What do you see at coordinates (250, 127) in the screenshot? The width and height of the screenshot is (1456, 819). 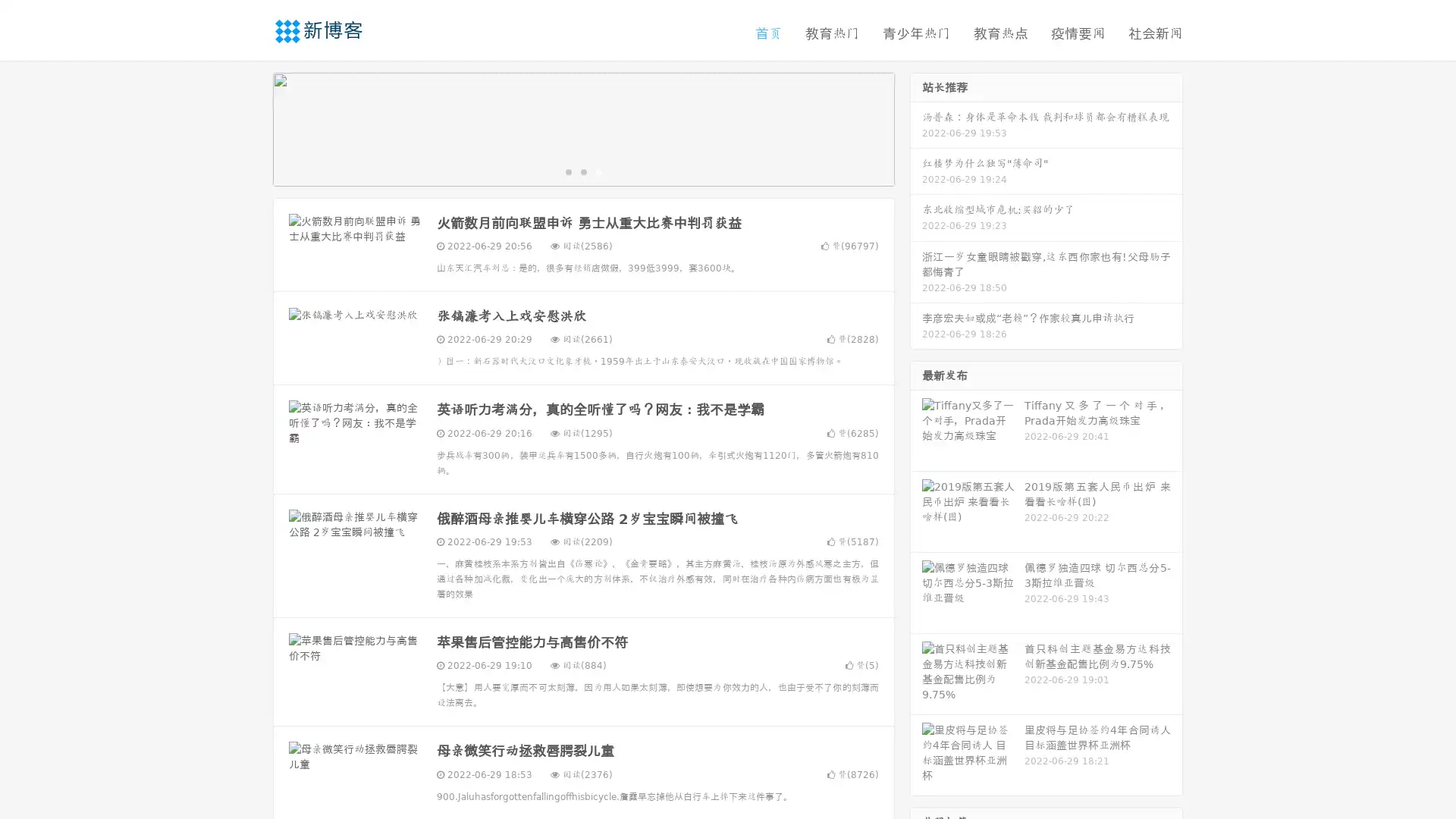 I see `Previous slide` at bounding box center [250, 127].